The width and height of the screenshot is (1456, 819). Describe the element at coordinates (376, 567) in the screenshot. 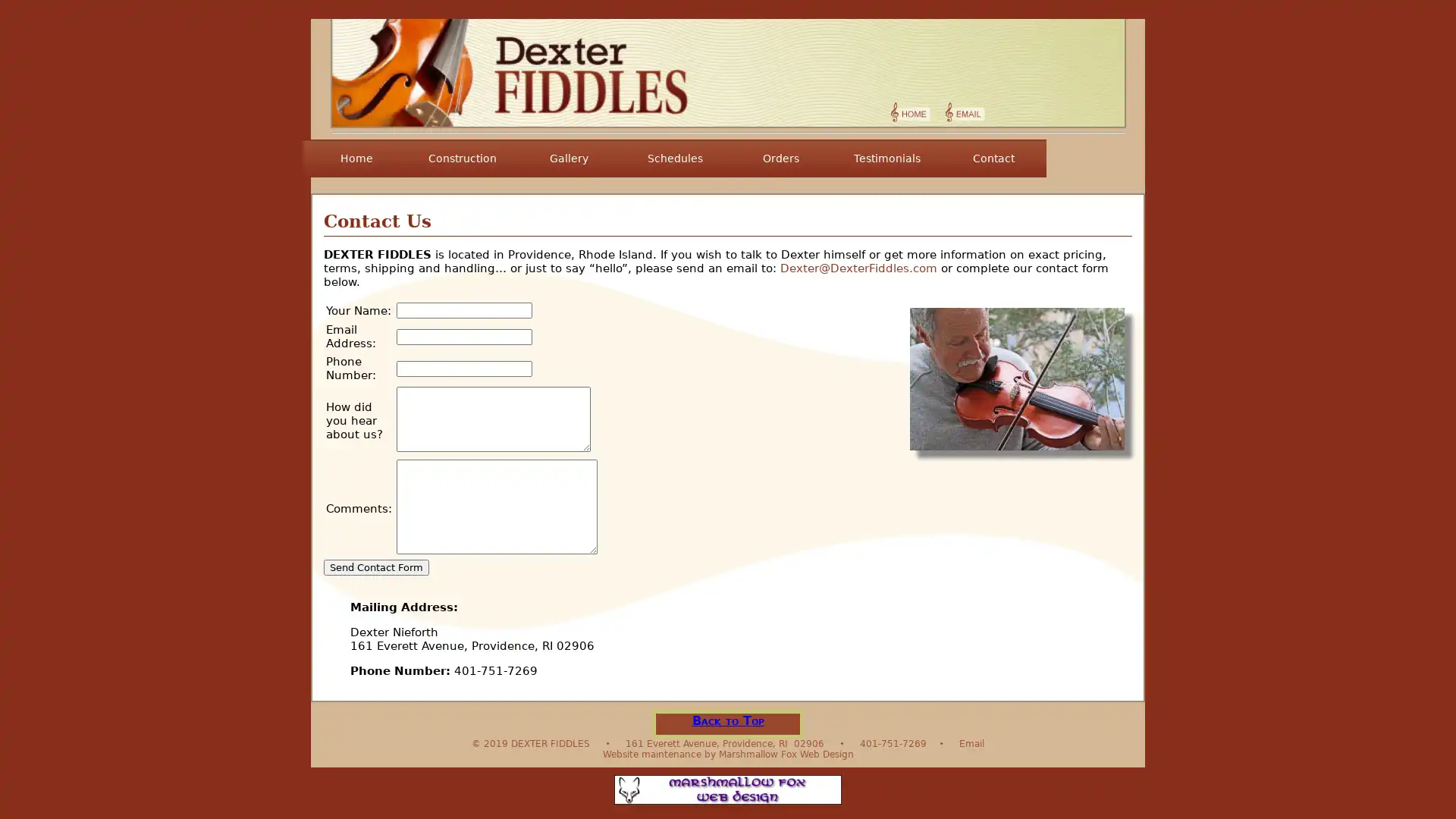

I see `Send Contact Form` at that location.